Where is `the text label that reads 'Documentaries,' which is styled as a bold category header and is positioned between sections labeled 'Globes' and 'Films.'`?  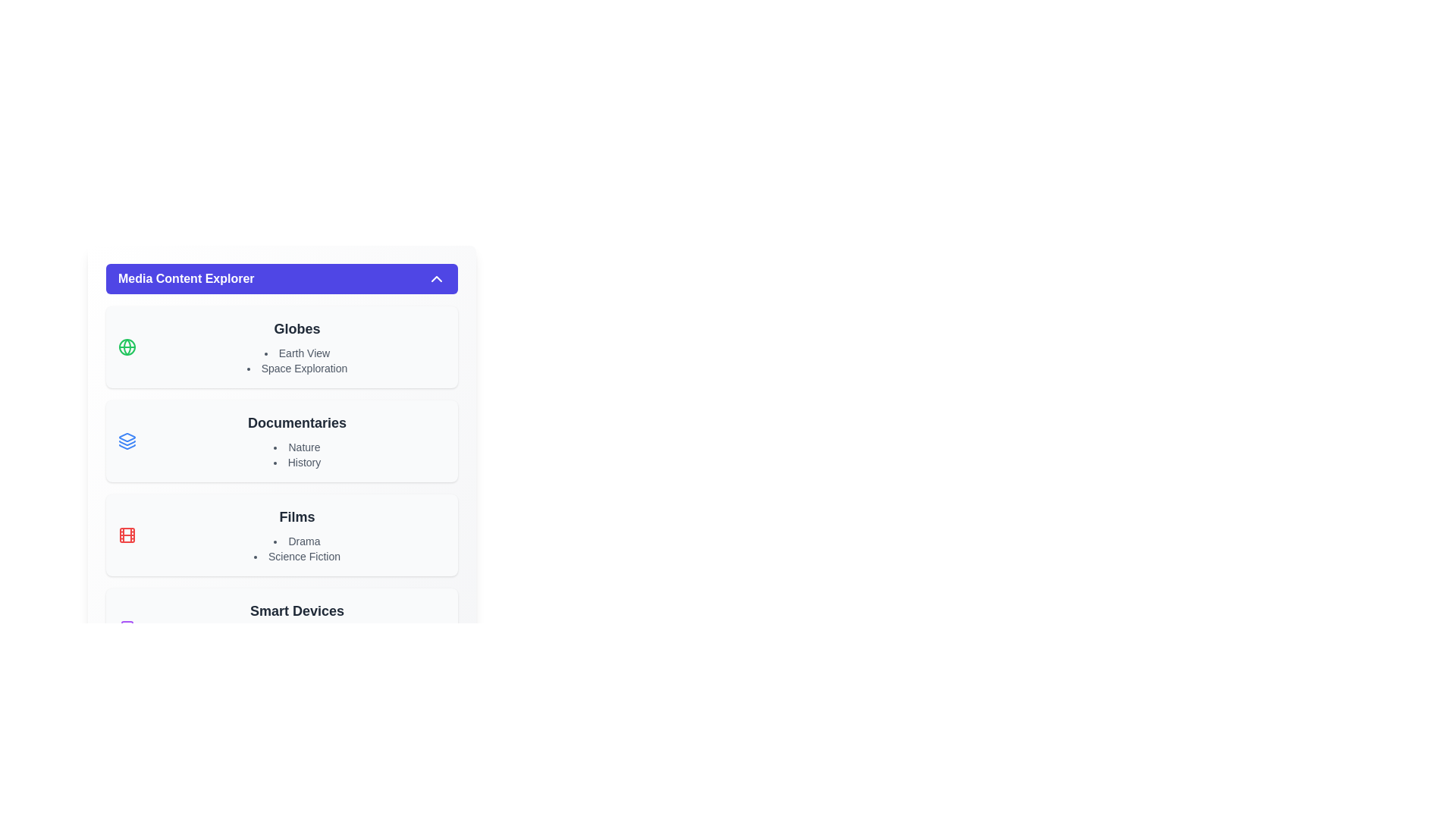
the text label that reads 'Documentaries,' which is styled as a bold category header and is positioned between sections labeled 'Globes' and 'Films.' is located at coordinates (297, 423).